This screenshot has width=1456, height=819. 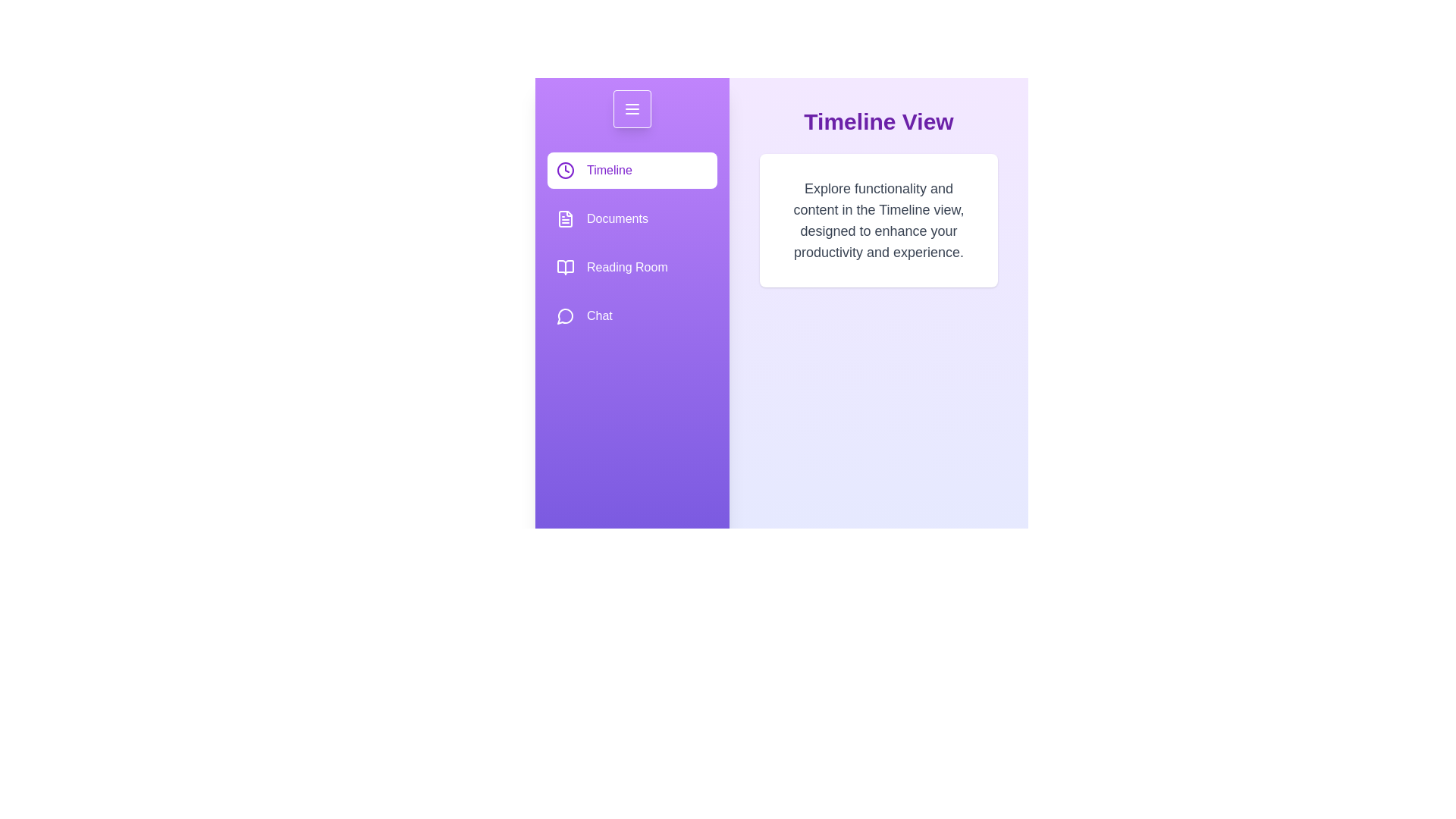 I want to click on menu button to toggle the drawer state, so click(x=632, y=108).